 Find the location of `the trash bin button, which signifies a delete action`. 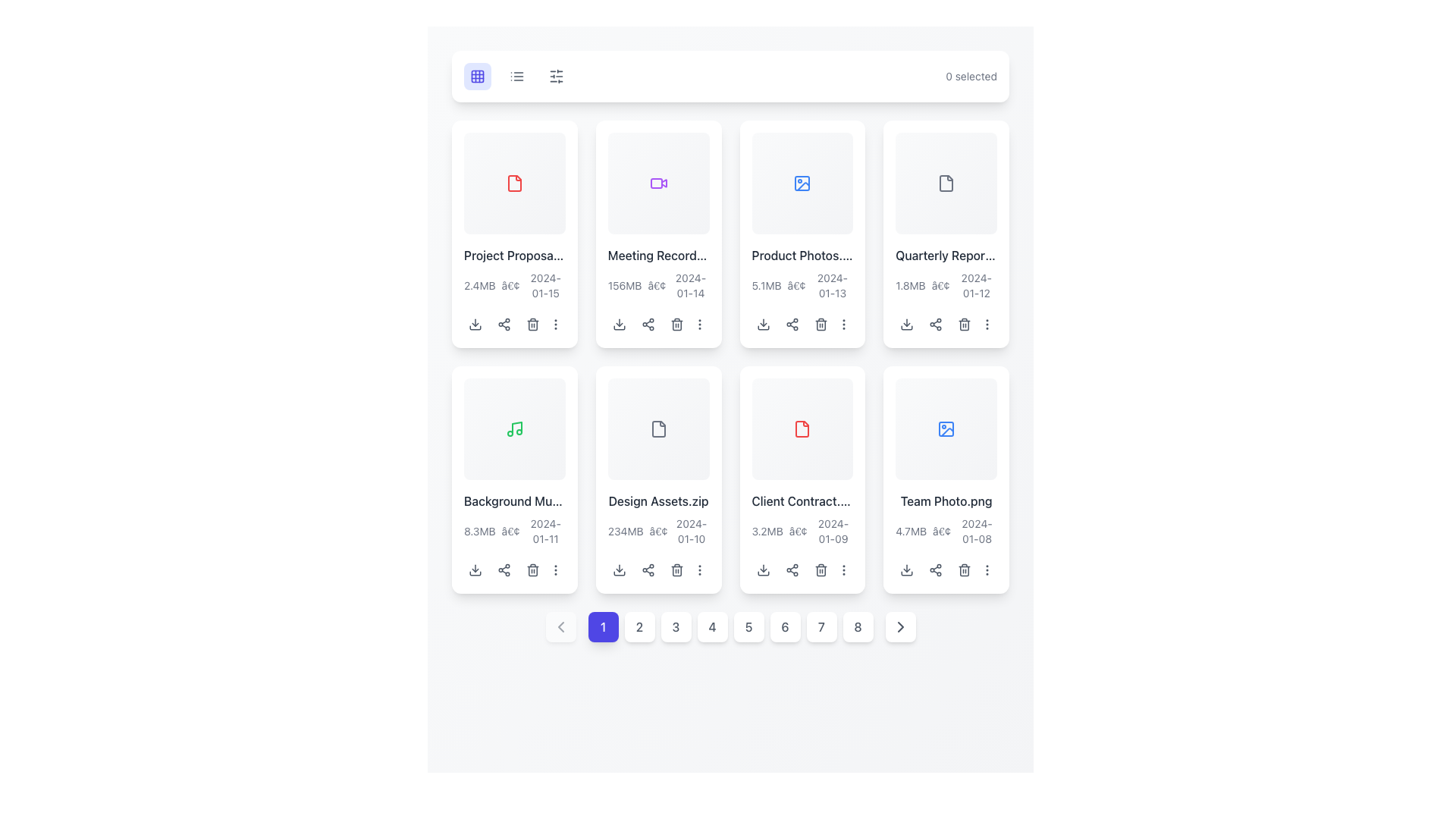

the trash bin button, which signifies a delete action is located at coordinates (676, 323).